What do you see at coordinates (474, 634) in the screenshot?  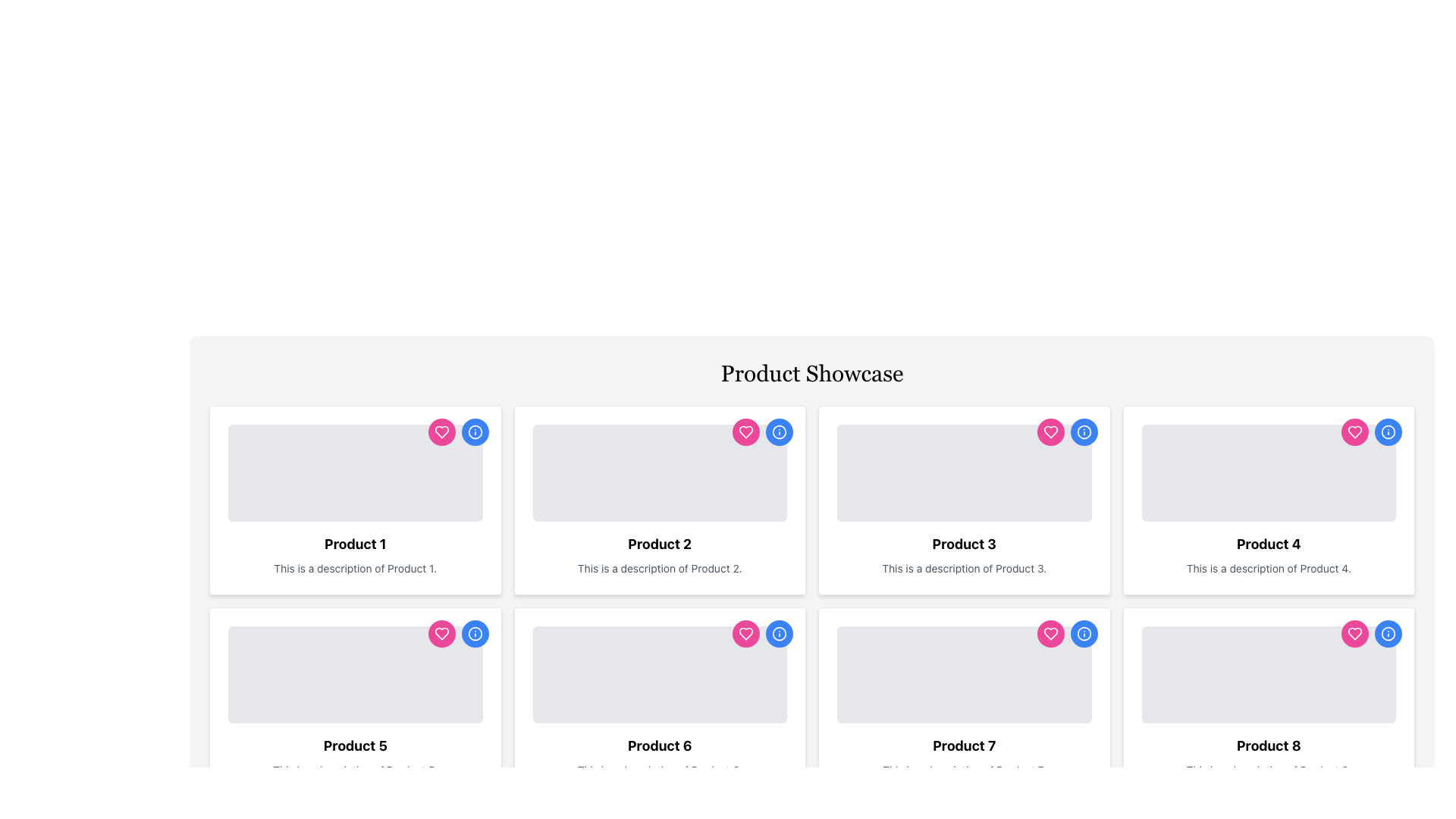 I see `the button in the top-right corner of the card for 'Product 5'` at bounding box center [474, 634].